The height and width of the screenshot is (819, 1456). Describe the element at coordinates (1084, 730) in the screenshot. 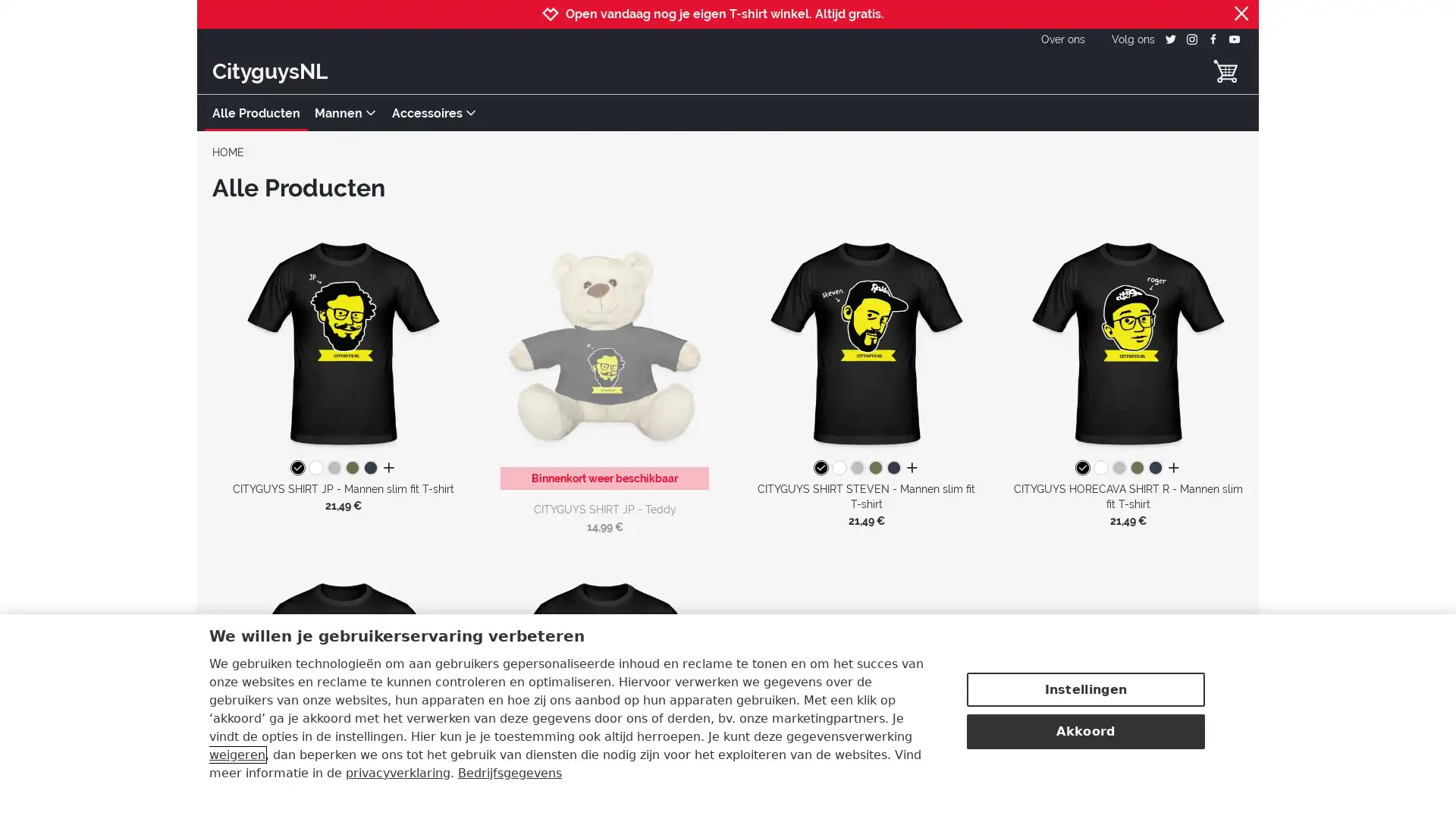

I see `Akkoord` at that location.